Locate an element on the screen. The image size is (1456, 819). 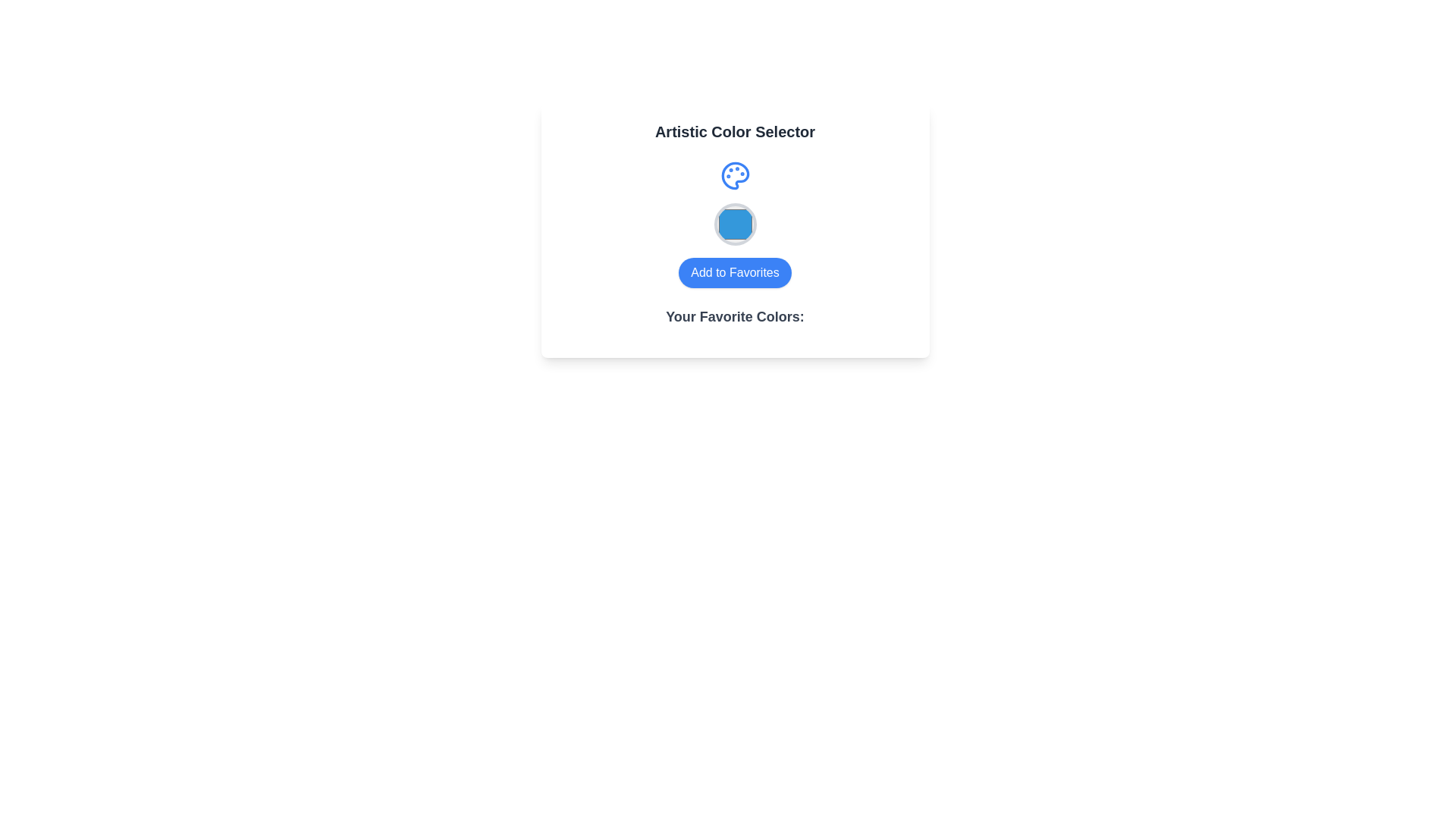
the favorite color button located at the bottom of the vertical layout is located at coordinates (735, 271).